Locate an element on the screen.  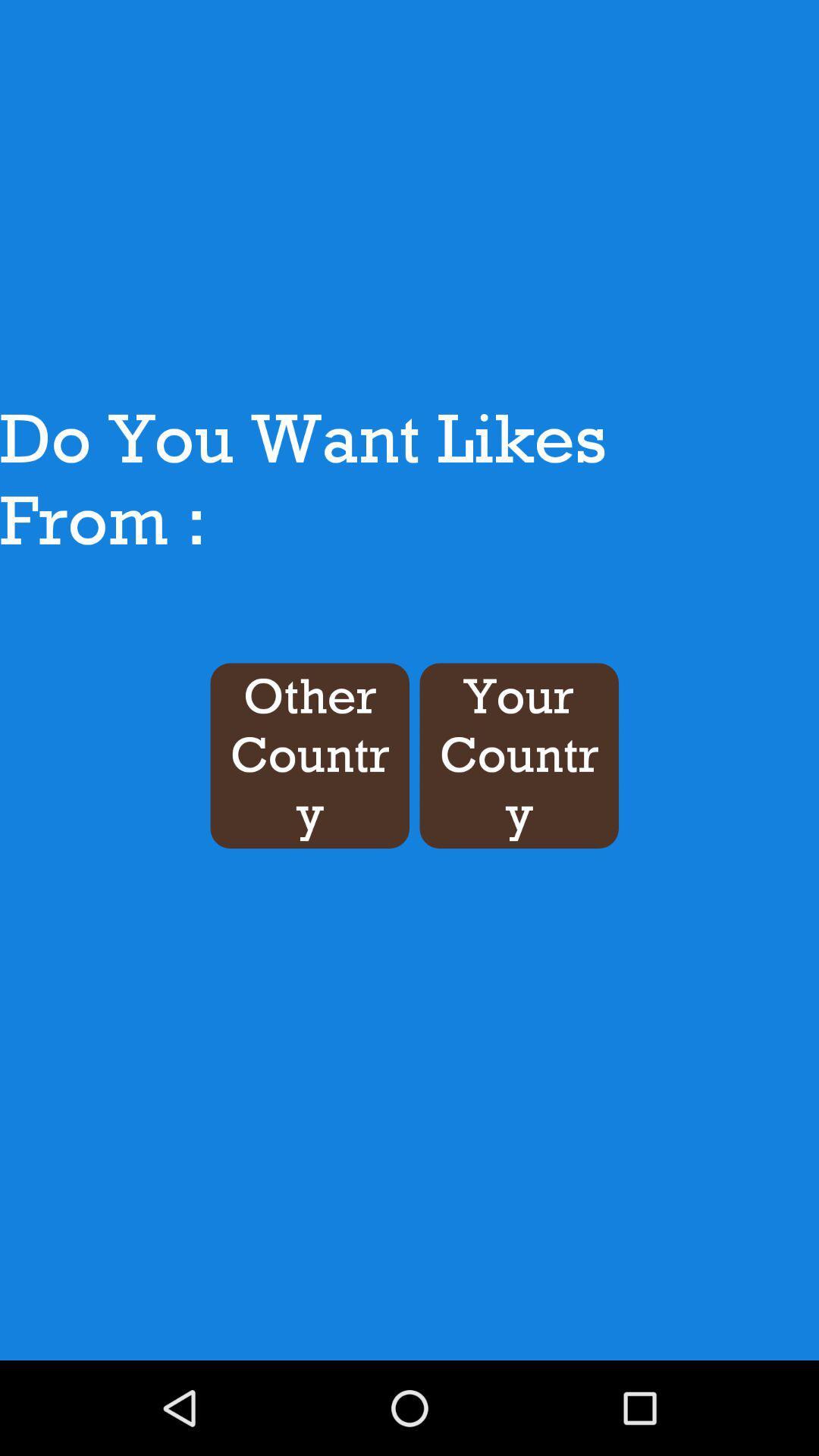
the item below do you want item is located at coordinates (518, 755).